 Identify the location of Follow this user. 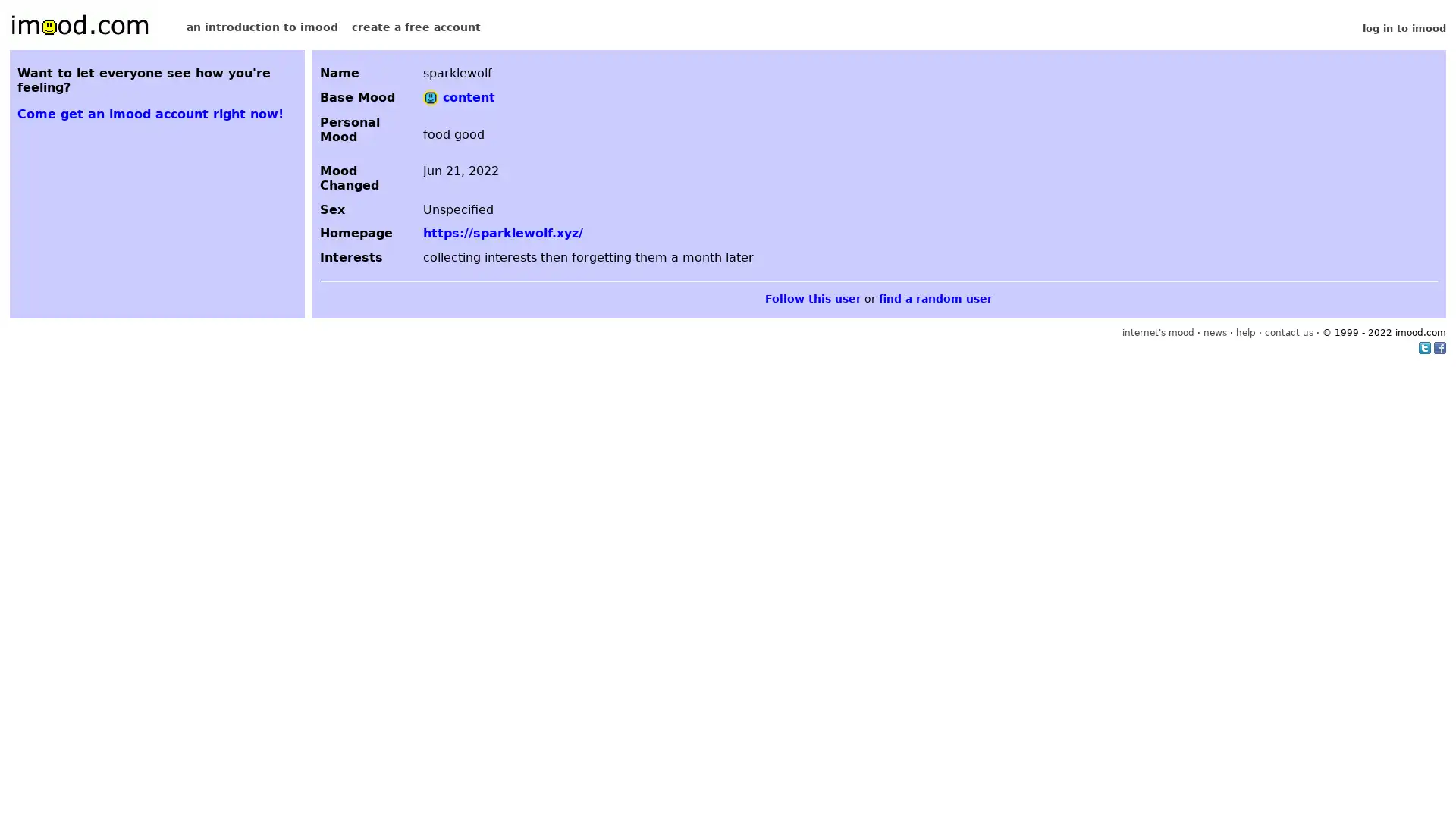
(812, 298).